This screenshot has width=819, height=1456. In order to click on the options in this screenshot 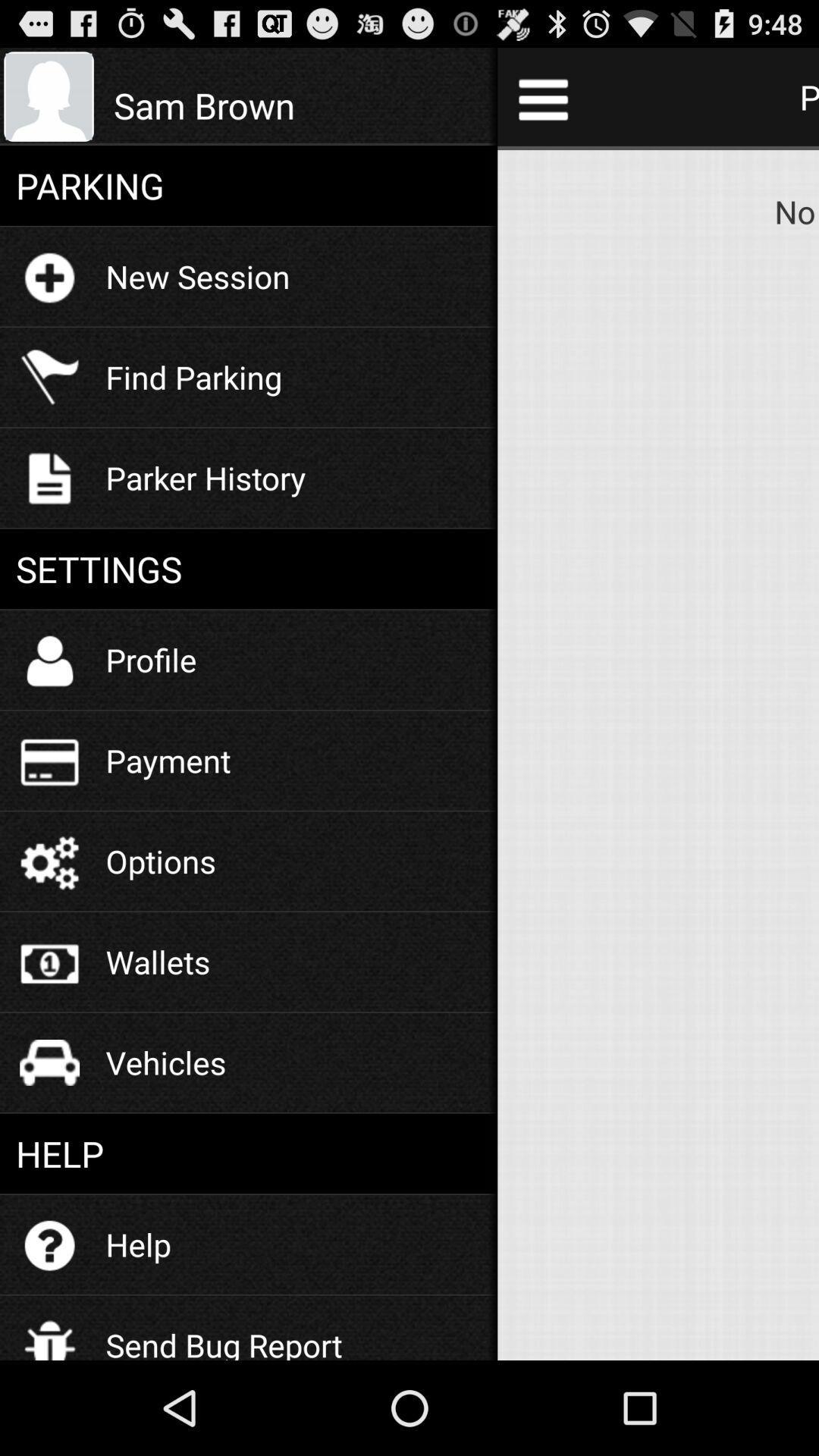, I will do `click(161, 861)`.